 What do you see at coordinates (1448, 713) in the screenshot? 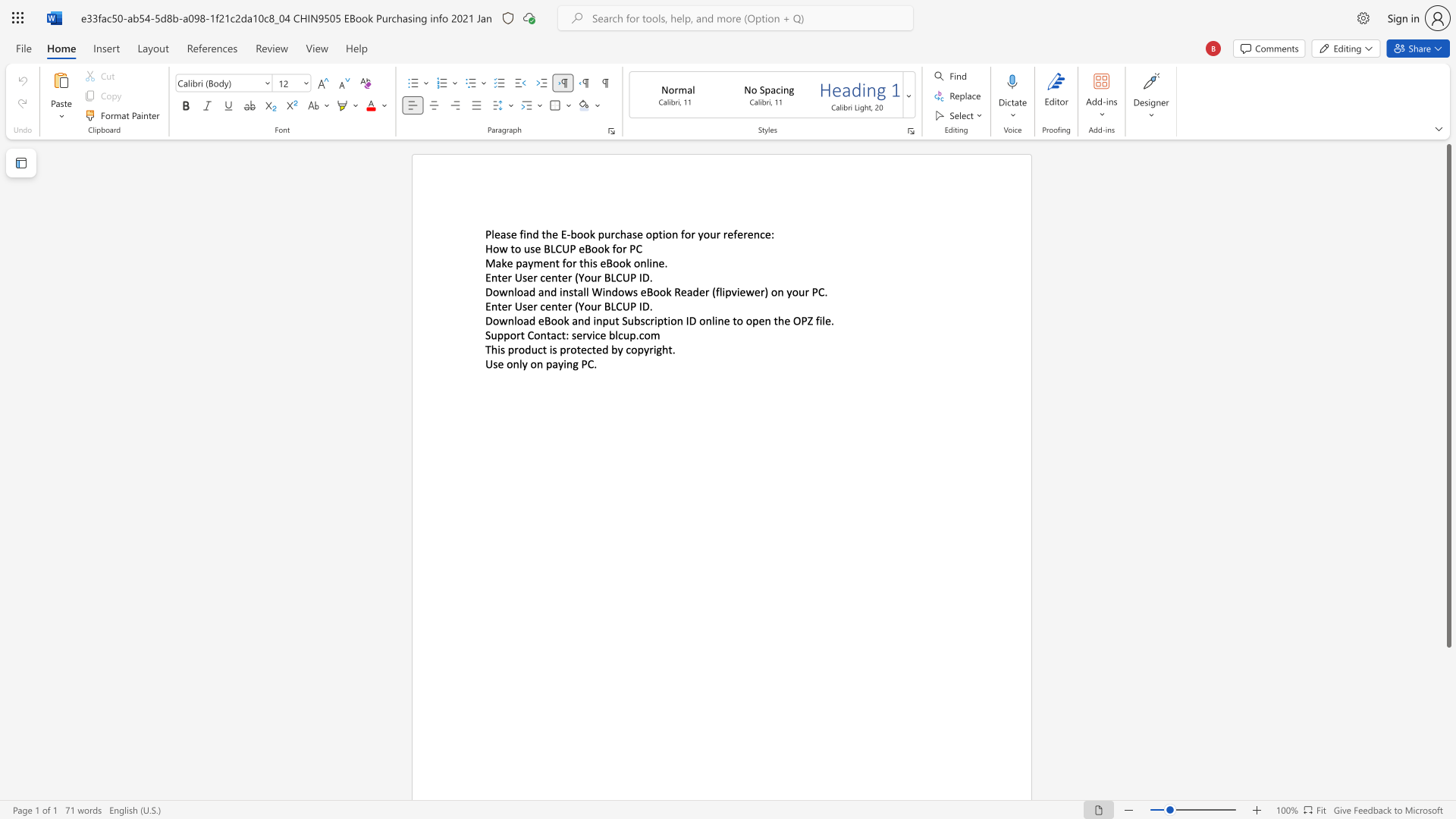
I see `the scrollbar on the right` at bounding box center [1448, 713].